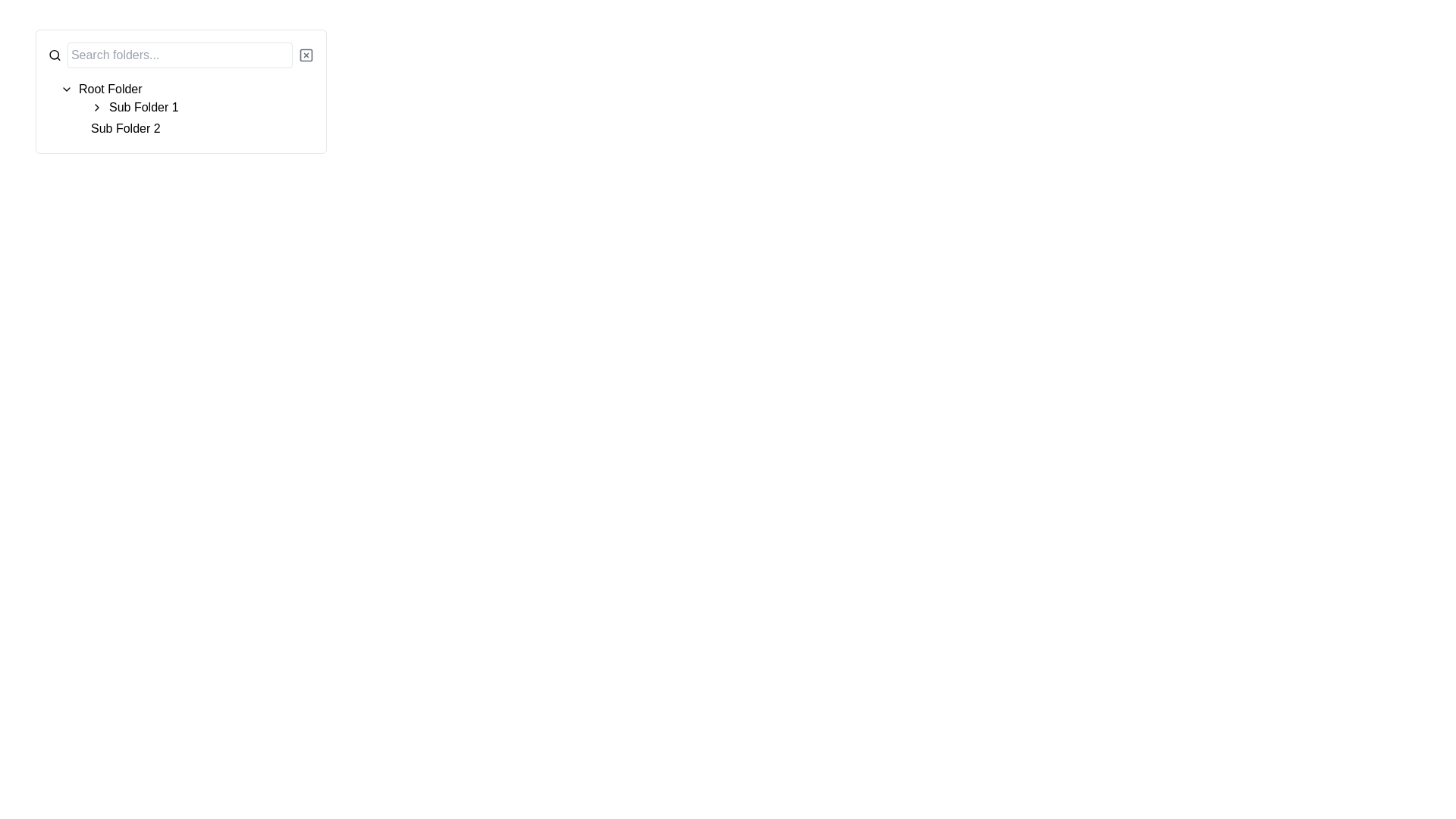  Describe the element at coordinates (65, 89) in the screenshot. I see `the chevron-down icon located to the left of the 'Root Folder' text` at that location.